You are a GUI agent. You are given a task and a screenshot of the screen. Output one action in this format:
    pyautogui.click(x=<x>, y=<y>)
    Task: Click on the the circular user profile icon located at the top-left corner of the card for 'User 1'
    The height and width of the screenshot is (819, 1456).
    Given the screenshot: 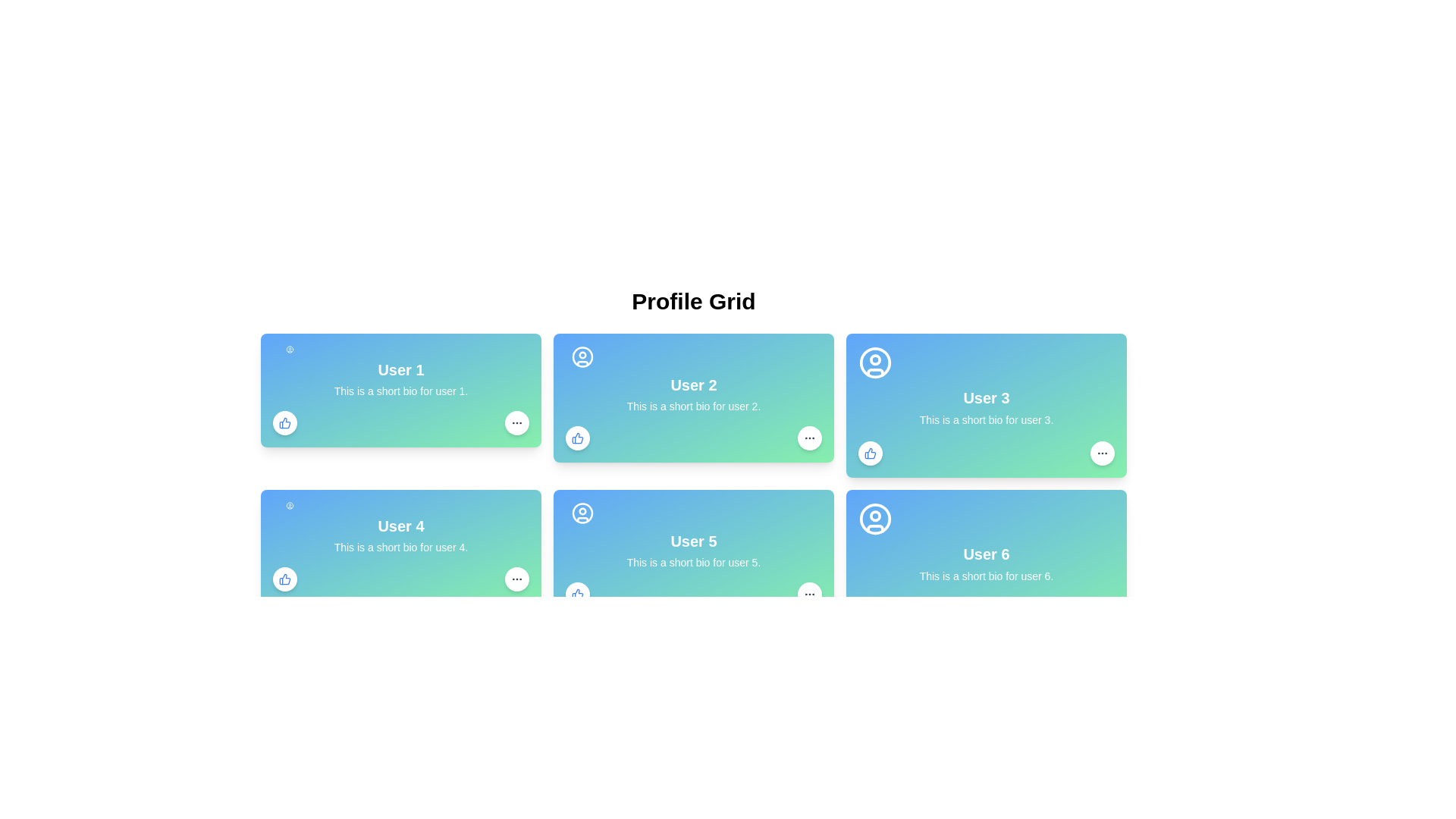 What is the action you would take?
    pyautogui.click(x=290, y=350)
    